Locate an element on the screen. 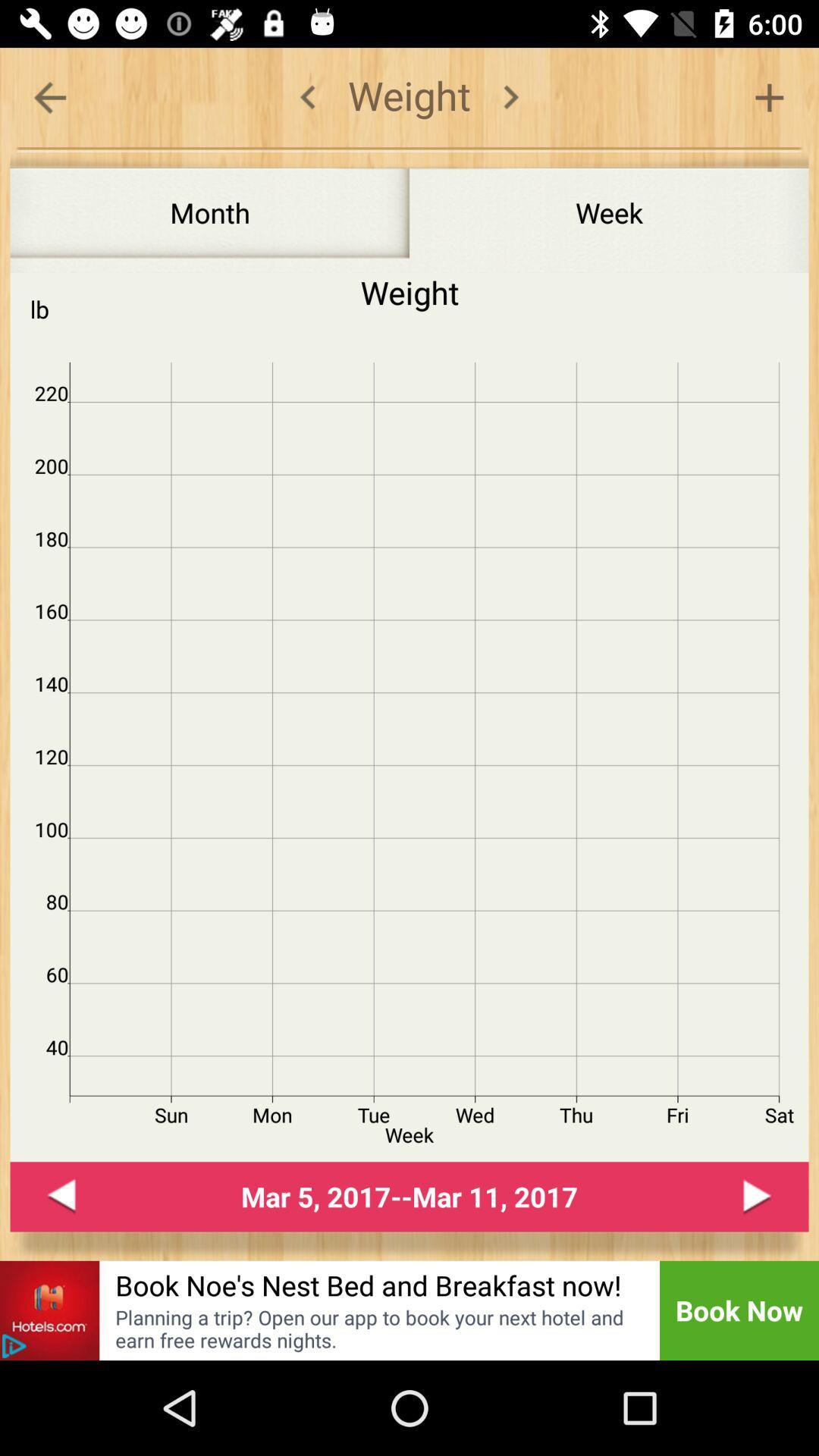  the play icon is located at coordinates (14, 1346).